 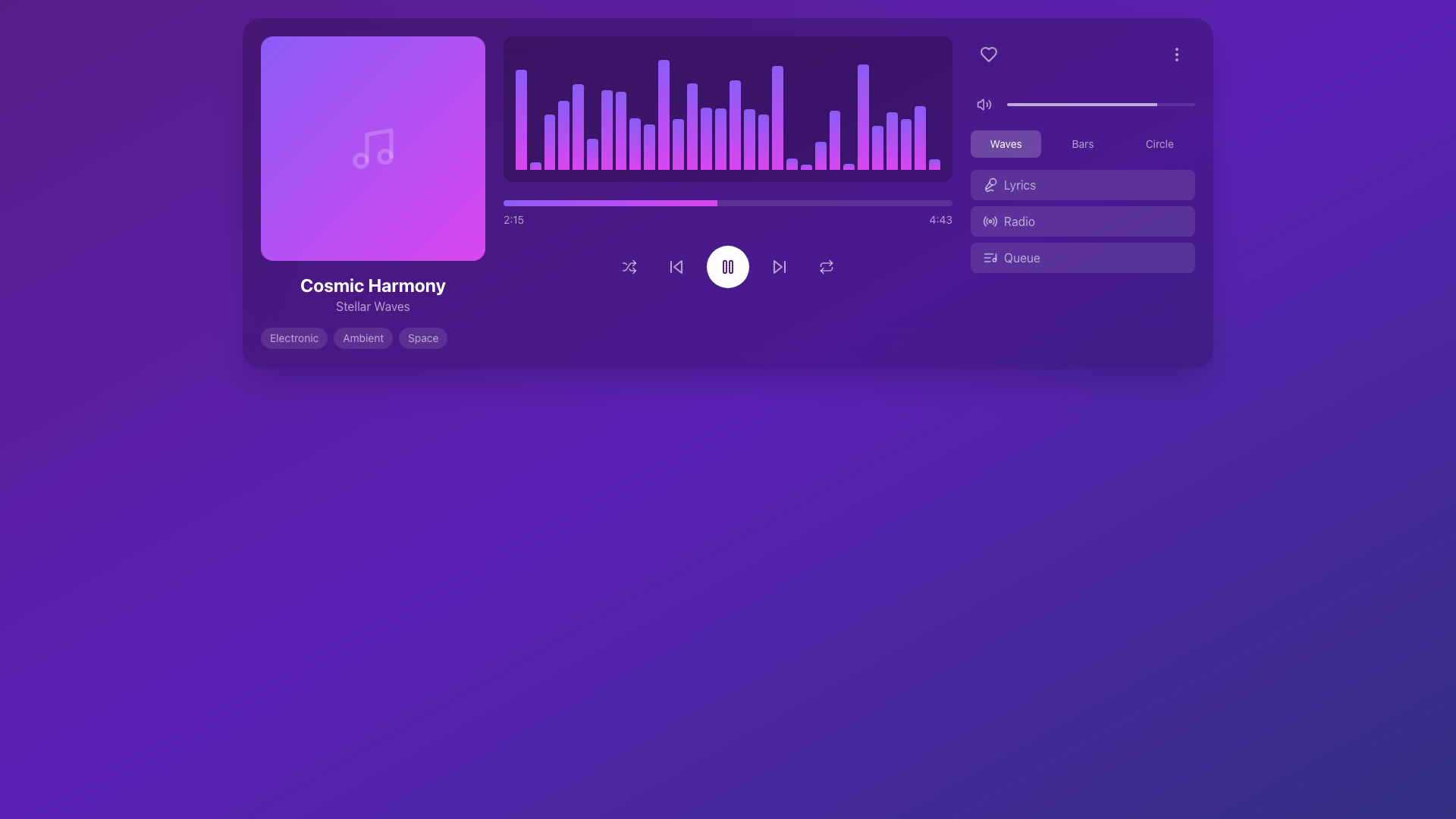 I want to click on the 29th vertical bar in the waveform display of the music player interface, which reflects the audio amplitude, so click(x=833, y=140).